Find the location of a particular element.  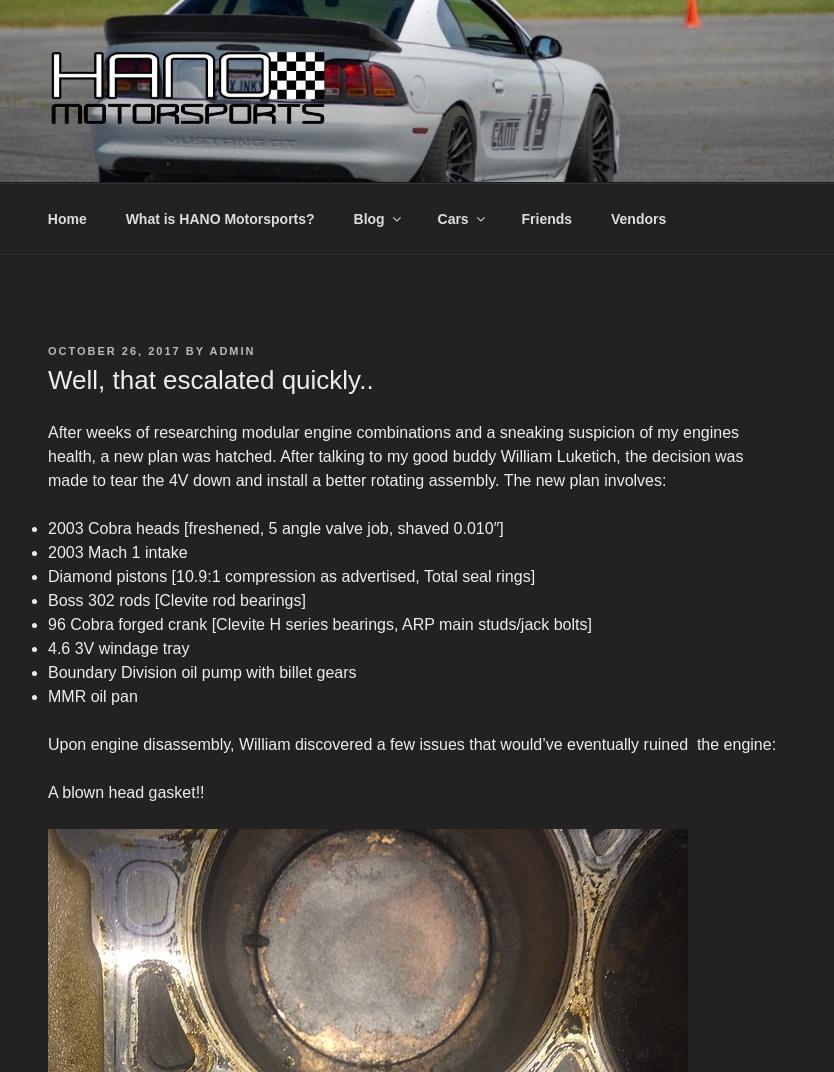

'96 Cobra forged crank [Clevite H series bearings, ARP main studs/jack bolts]' is located at coordinates (319, 624).